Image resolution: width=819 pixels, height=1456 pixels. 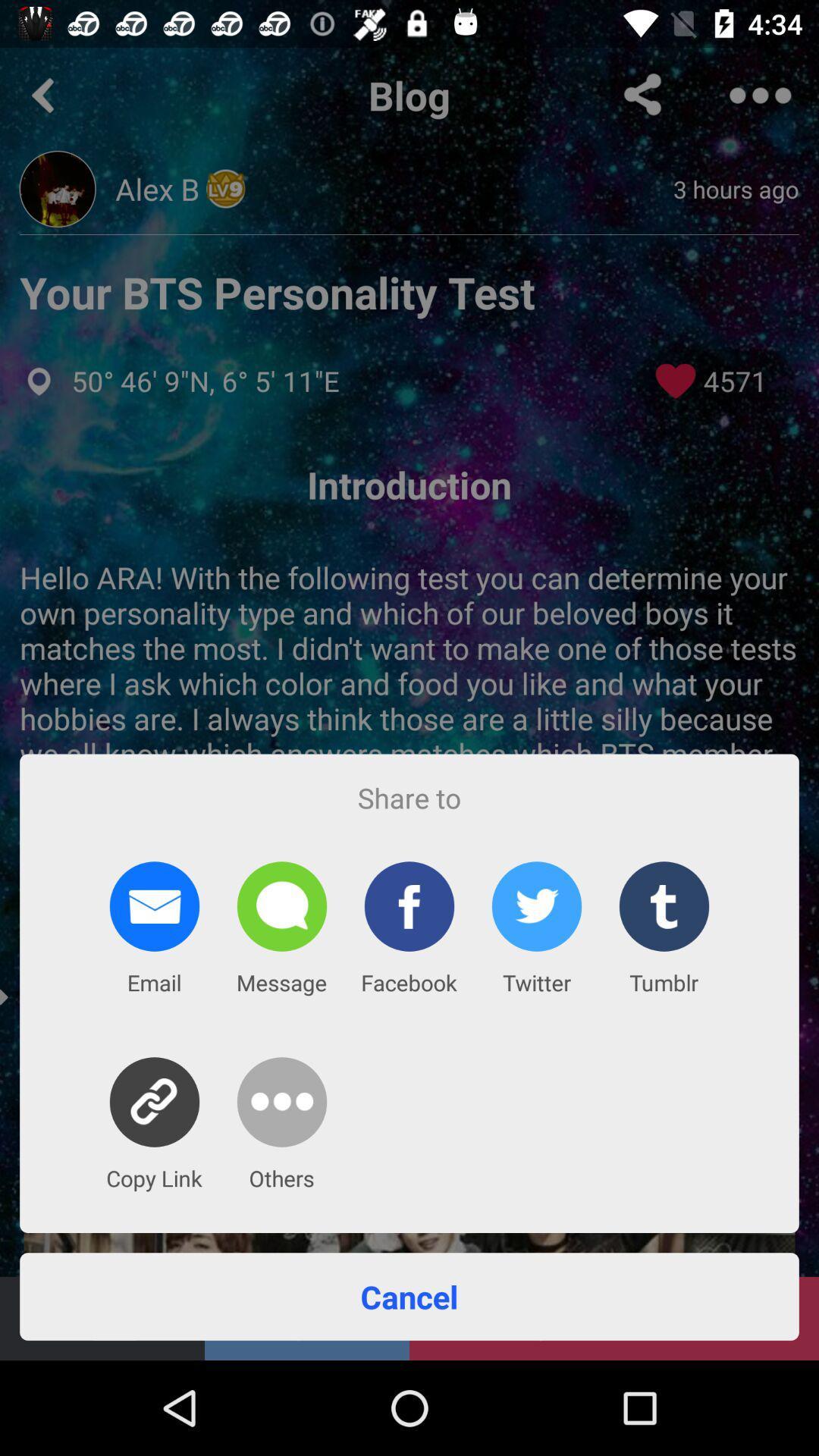 I want to click on email icon on the page, so click(x=155, y=906).